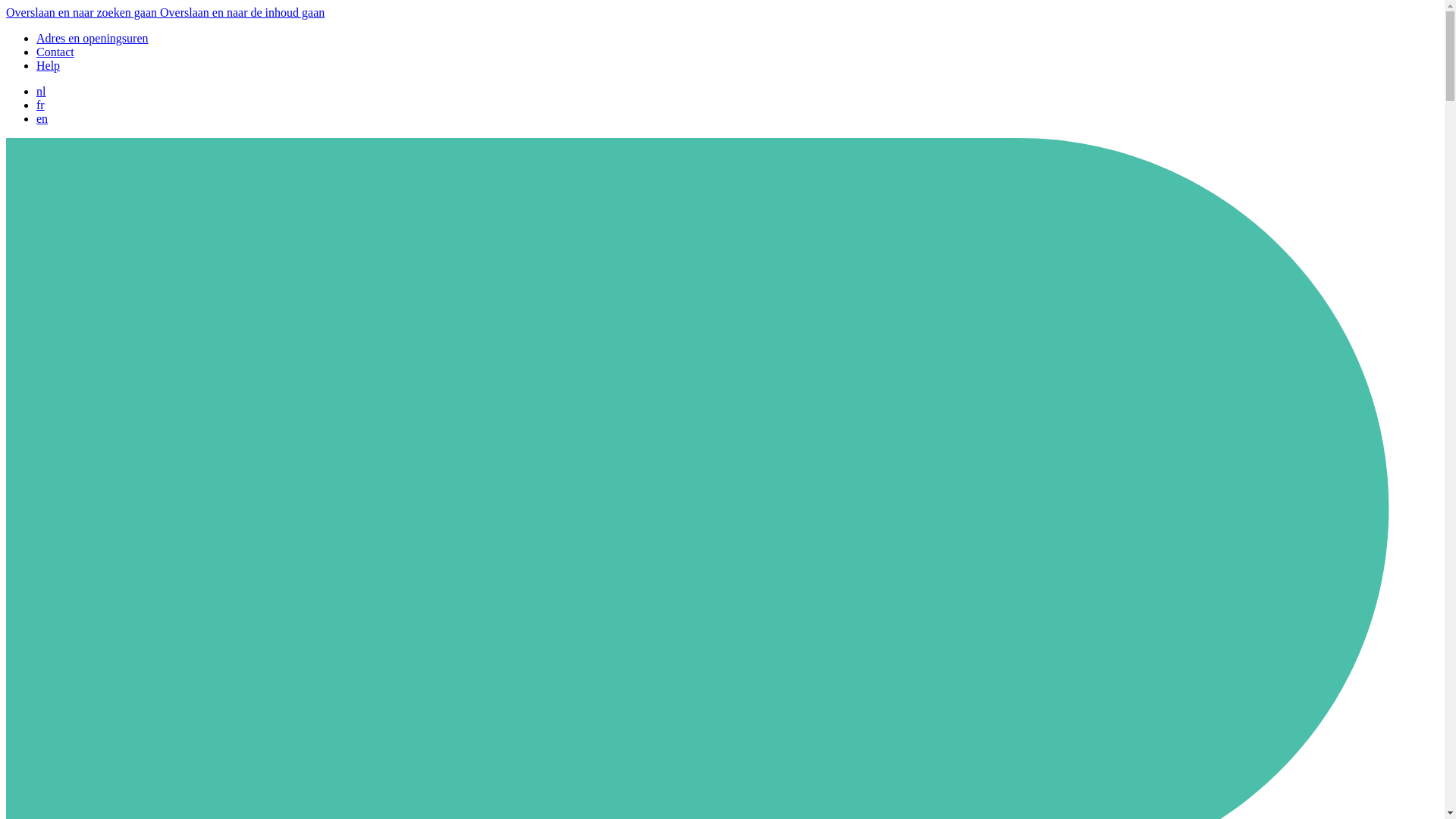  What do you see at coordinates (82, 12) in the screenshot?
I see `'Overslaan en naar zoeken gaan'` at bounding box center [82, 12].